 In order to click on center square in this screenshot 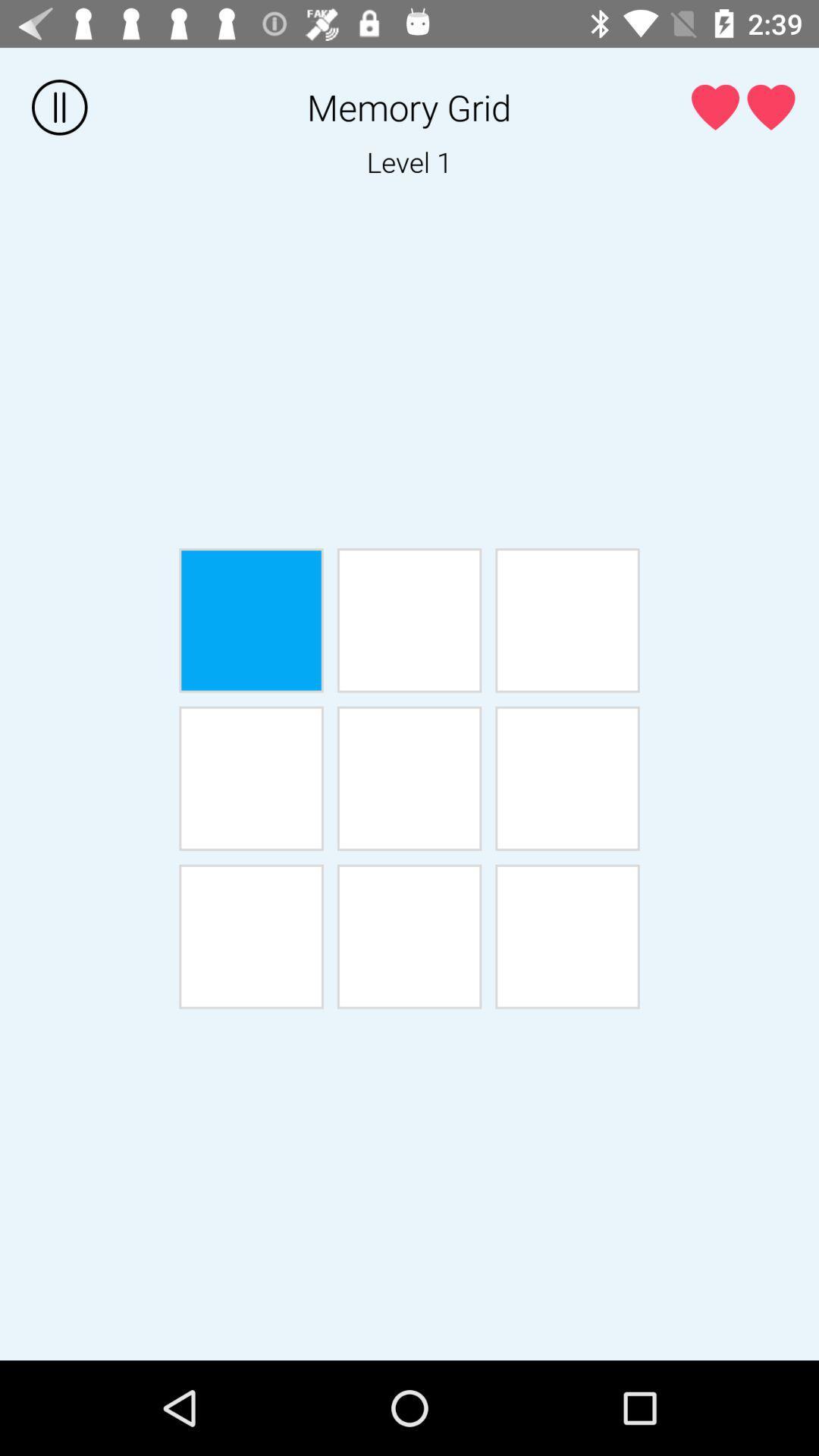, I will do `click(409, 778)`.